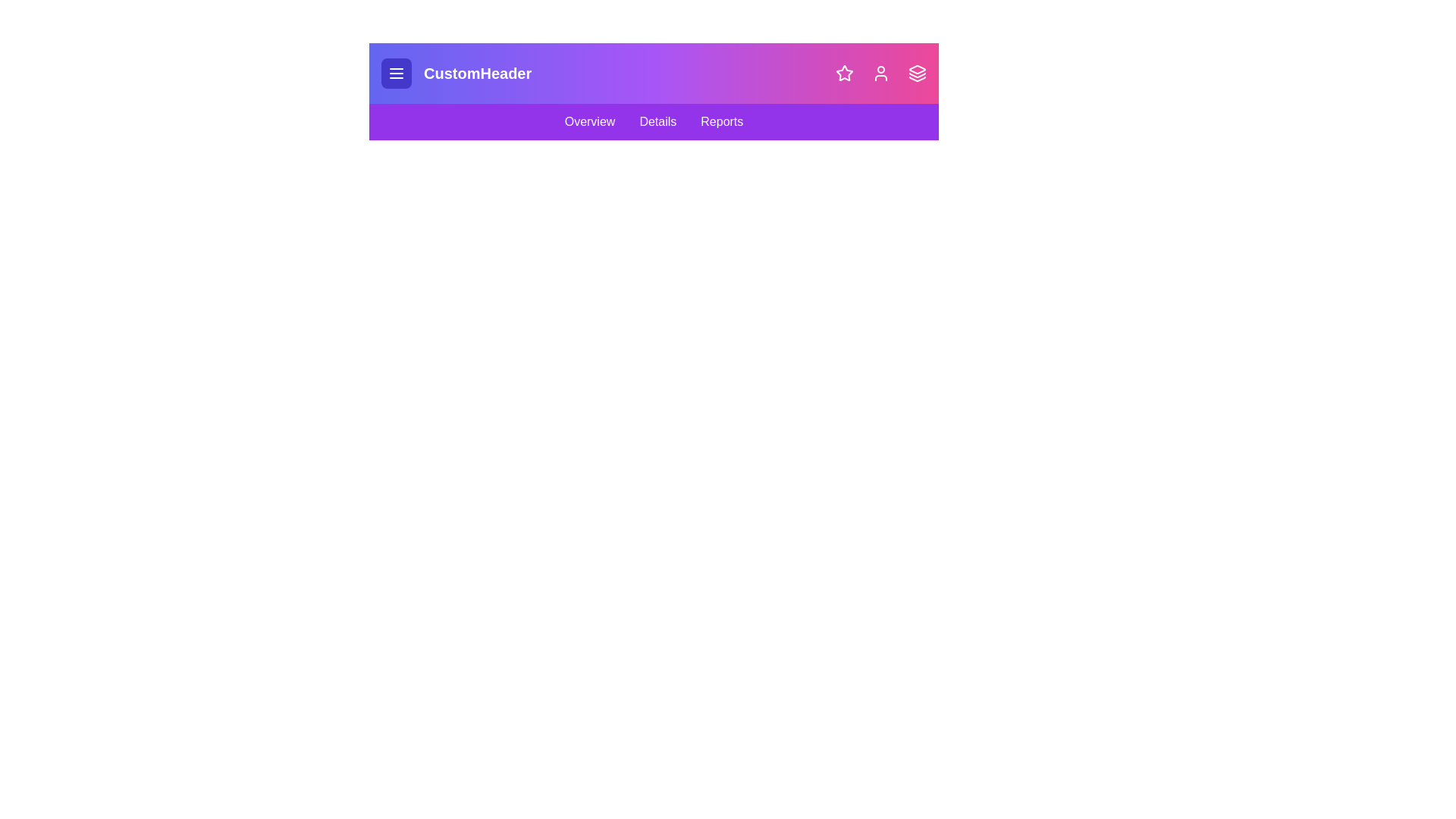  Describe the element at coordinates (916, 73) in the screenshot. I see `the layers icon to open additional options` at that location.